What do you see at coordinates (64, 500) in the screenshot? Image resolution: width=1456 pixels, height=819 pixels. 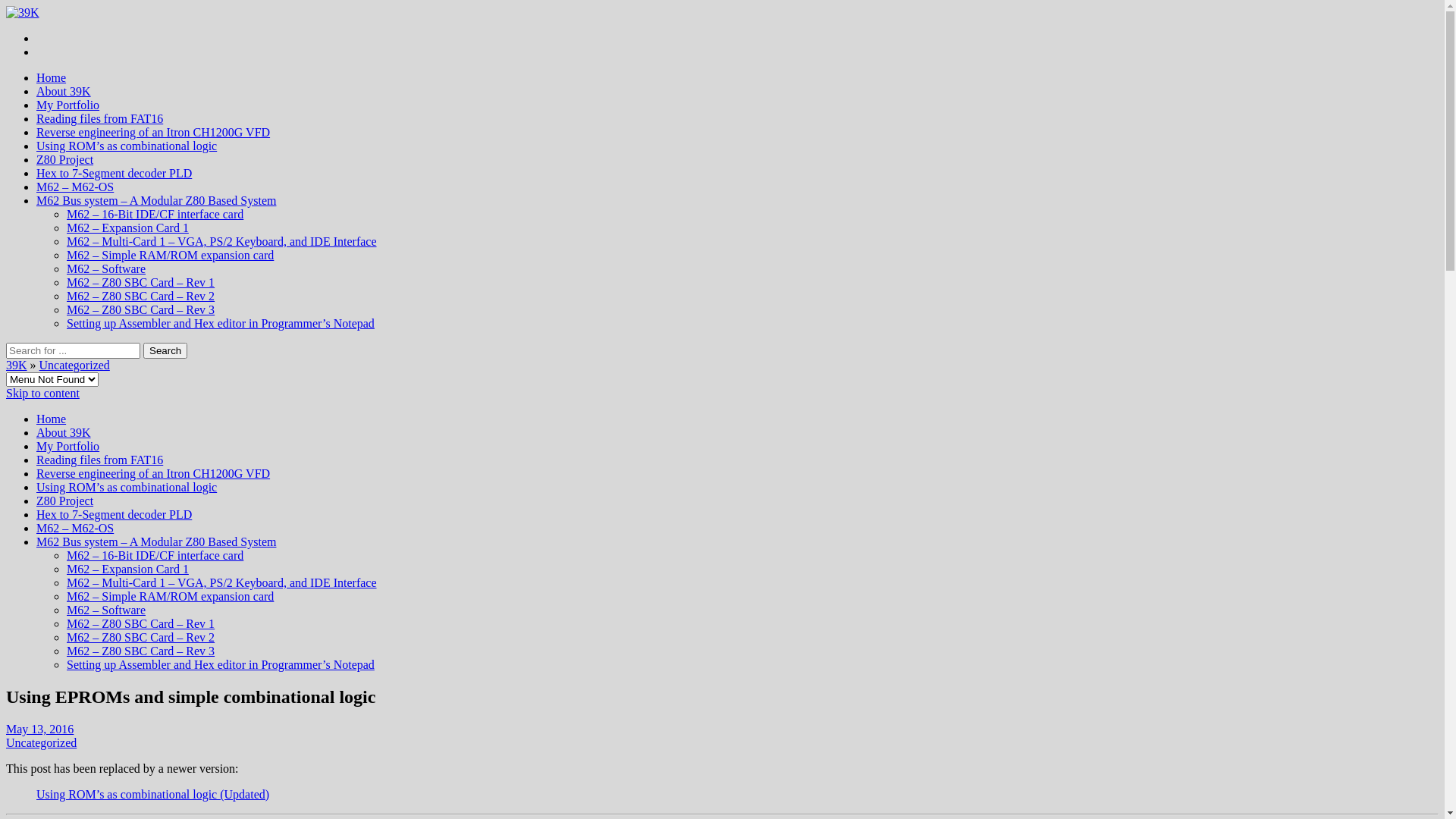 I see `'Z80 Project'` at bounding box center [64, 500].